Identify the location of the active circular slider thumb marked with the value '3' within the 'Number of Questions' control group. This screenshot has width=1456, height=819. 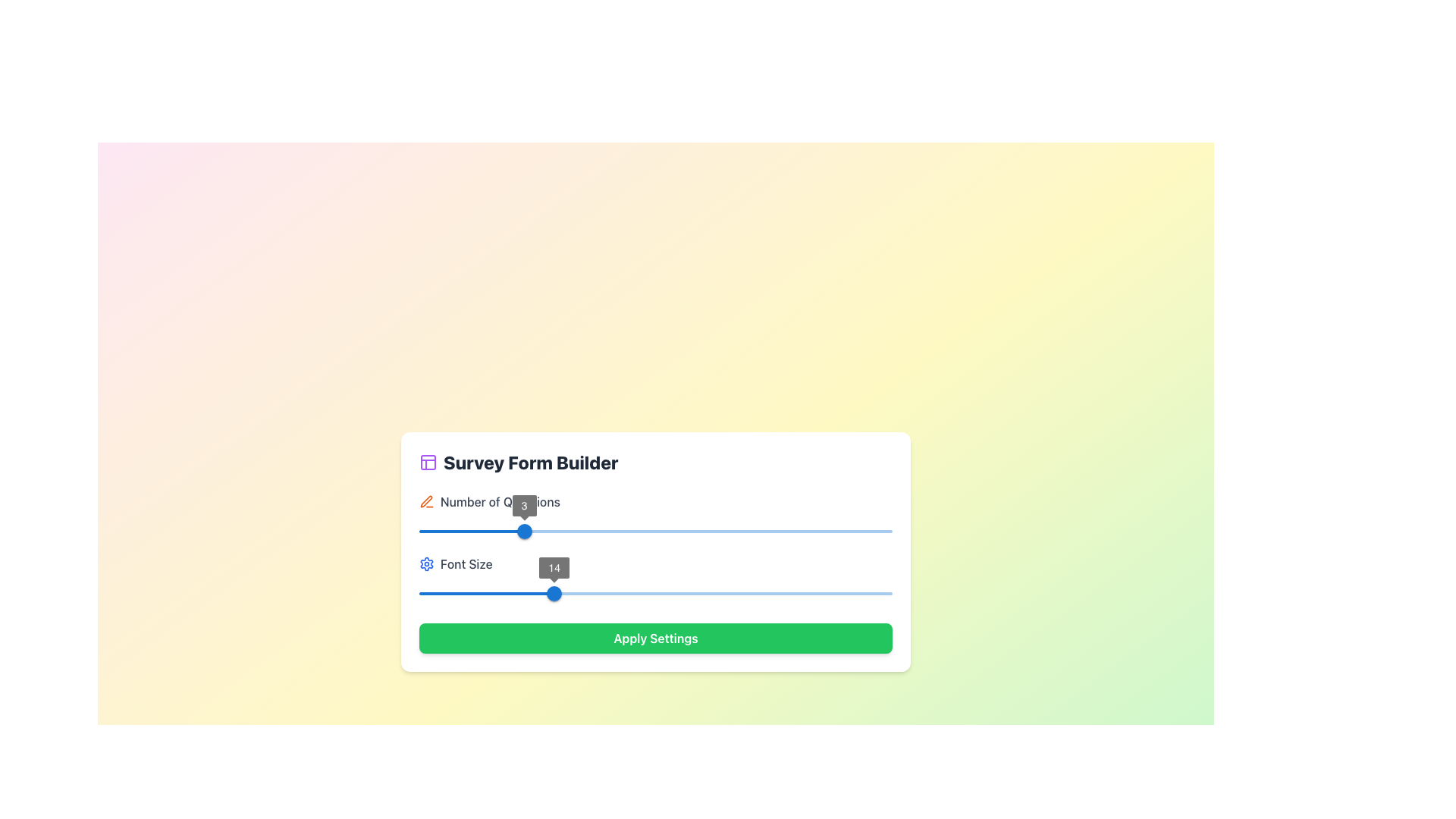
(524, 531).